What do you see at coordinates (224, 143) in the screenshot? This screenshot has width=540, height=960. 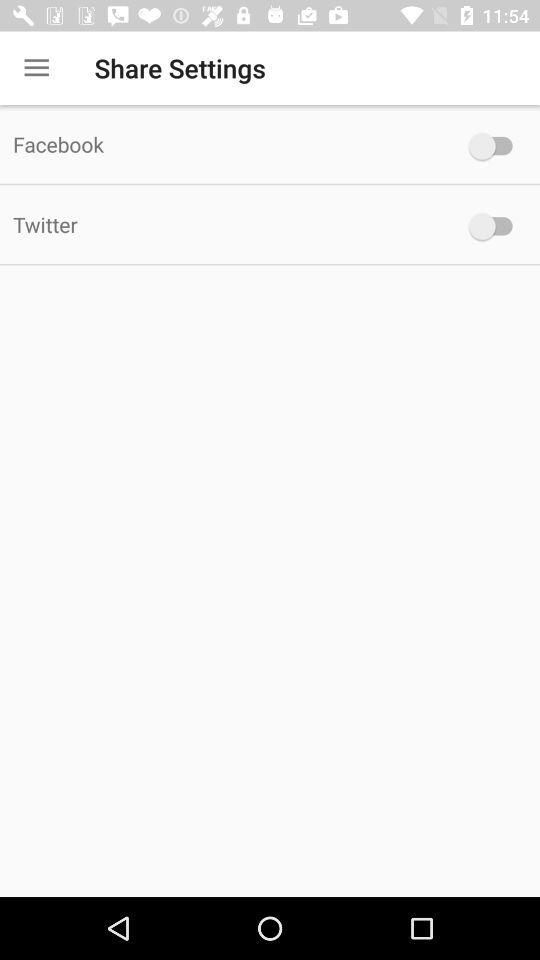 I see `the facebook item` at bounding box center [224, 143].